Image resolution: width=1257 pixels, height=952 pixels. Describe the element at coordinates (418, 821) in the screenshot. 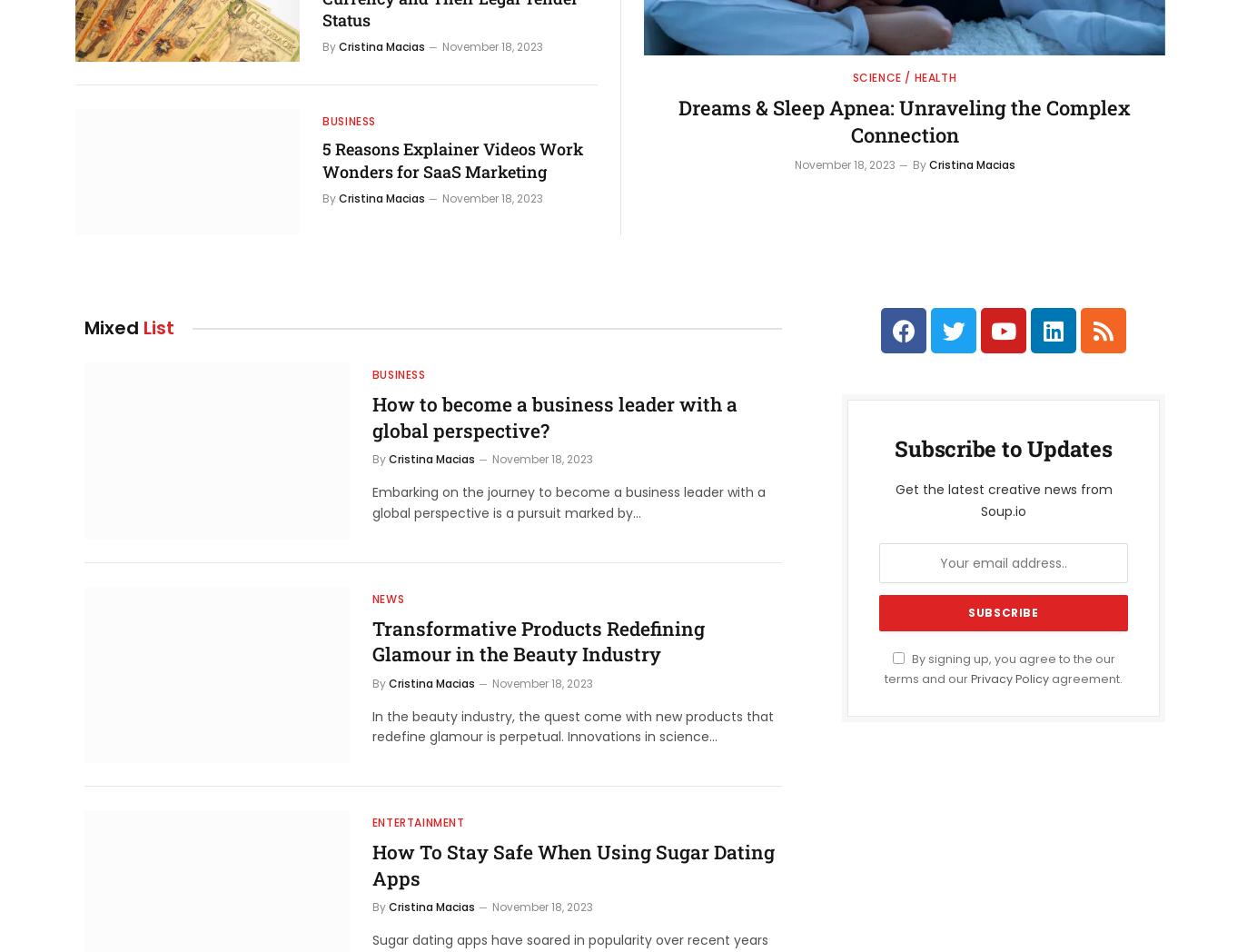

I see `'Entertainment'` at that location.